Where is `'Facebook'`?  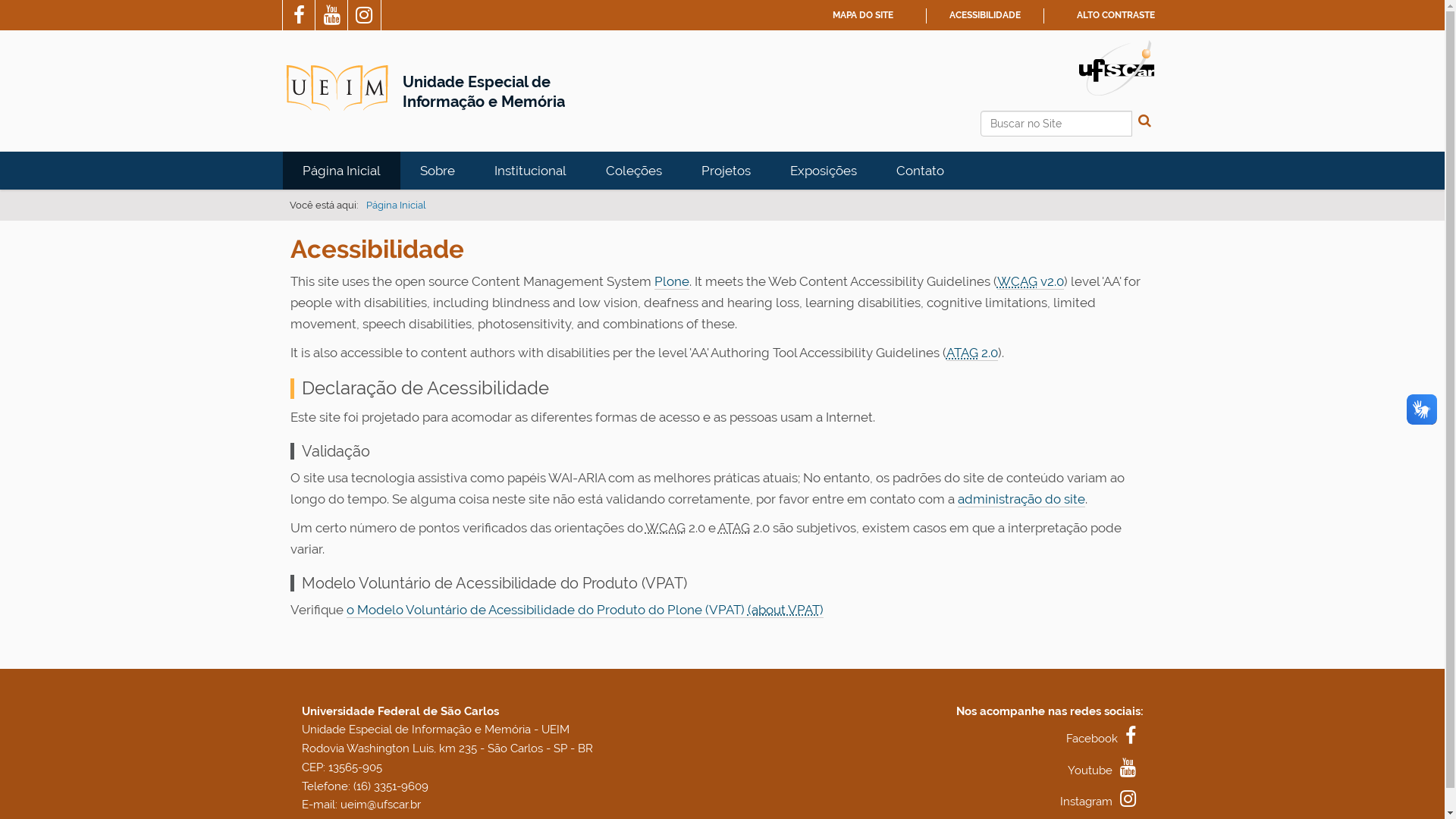
'Facebook' is located at coordinates (1105, 738).